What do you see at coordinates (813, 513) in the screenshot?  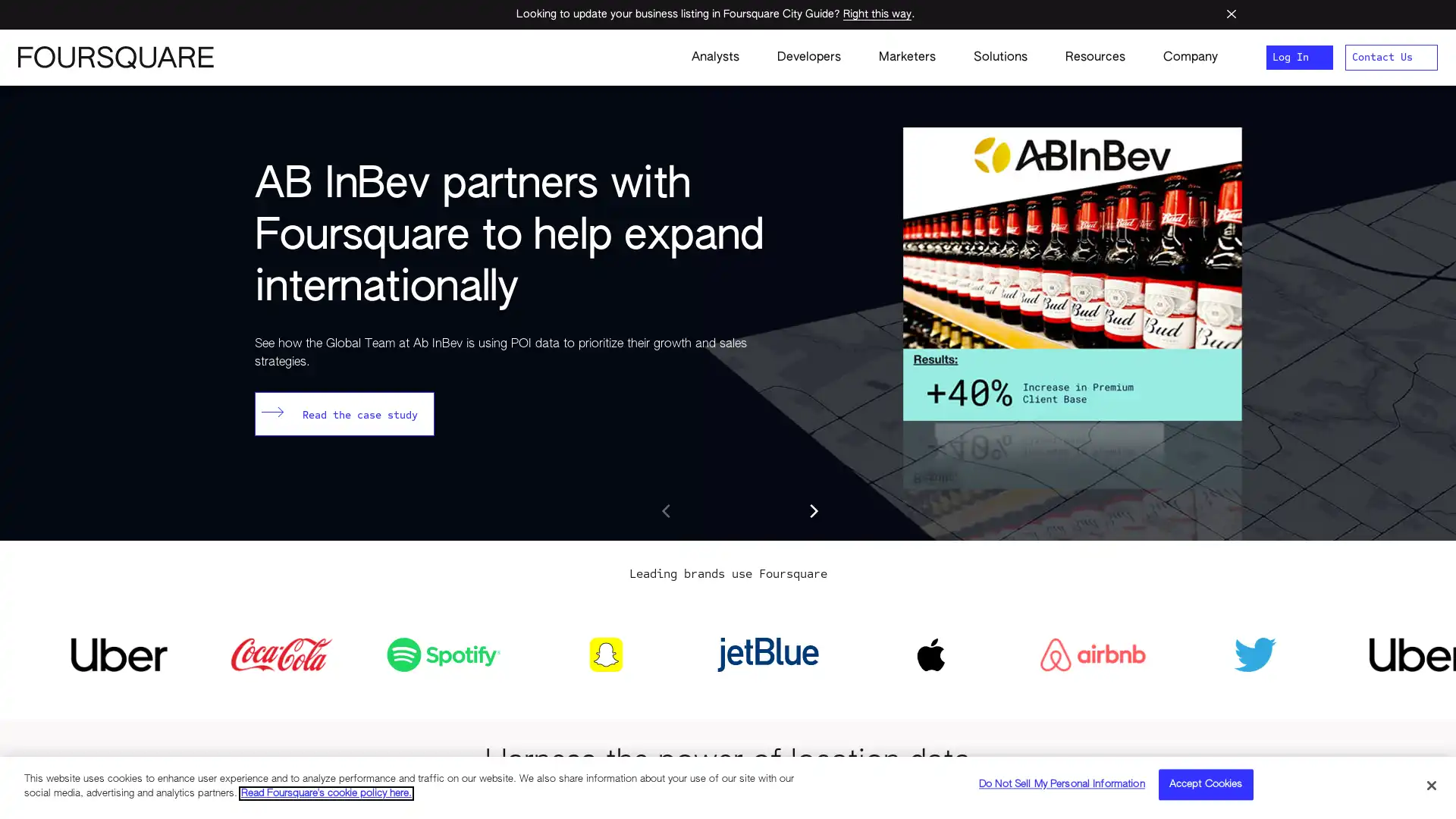 I see `Next` at bounding box center [813, 513].